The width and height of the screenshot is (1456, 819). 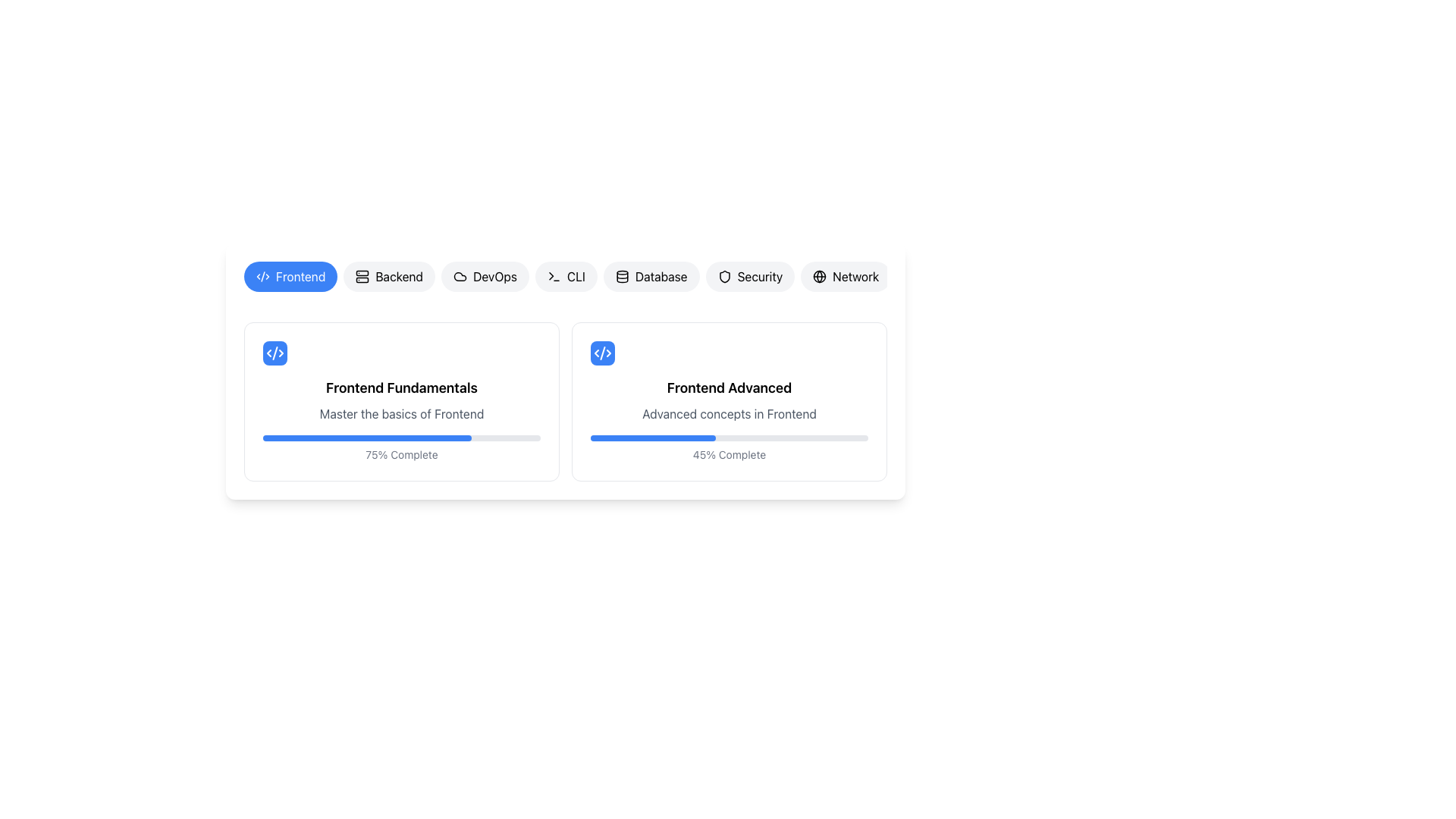 I want to click on the second horizontal rectangle within the server icon to understand its representation, so click(x=362, y=280).